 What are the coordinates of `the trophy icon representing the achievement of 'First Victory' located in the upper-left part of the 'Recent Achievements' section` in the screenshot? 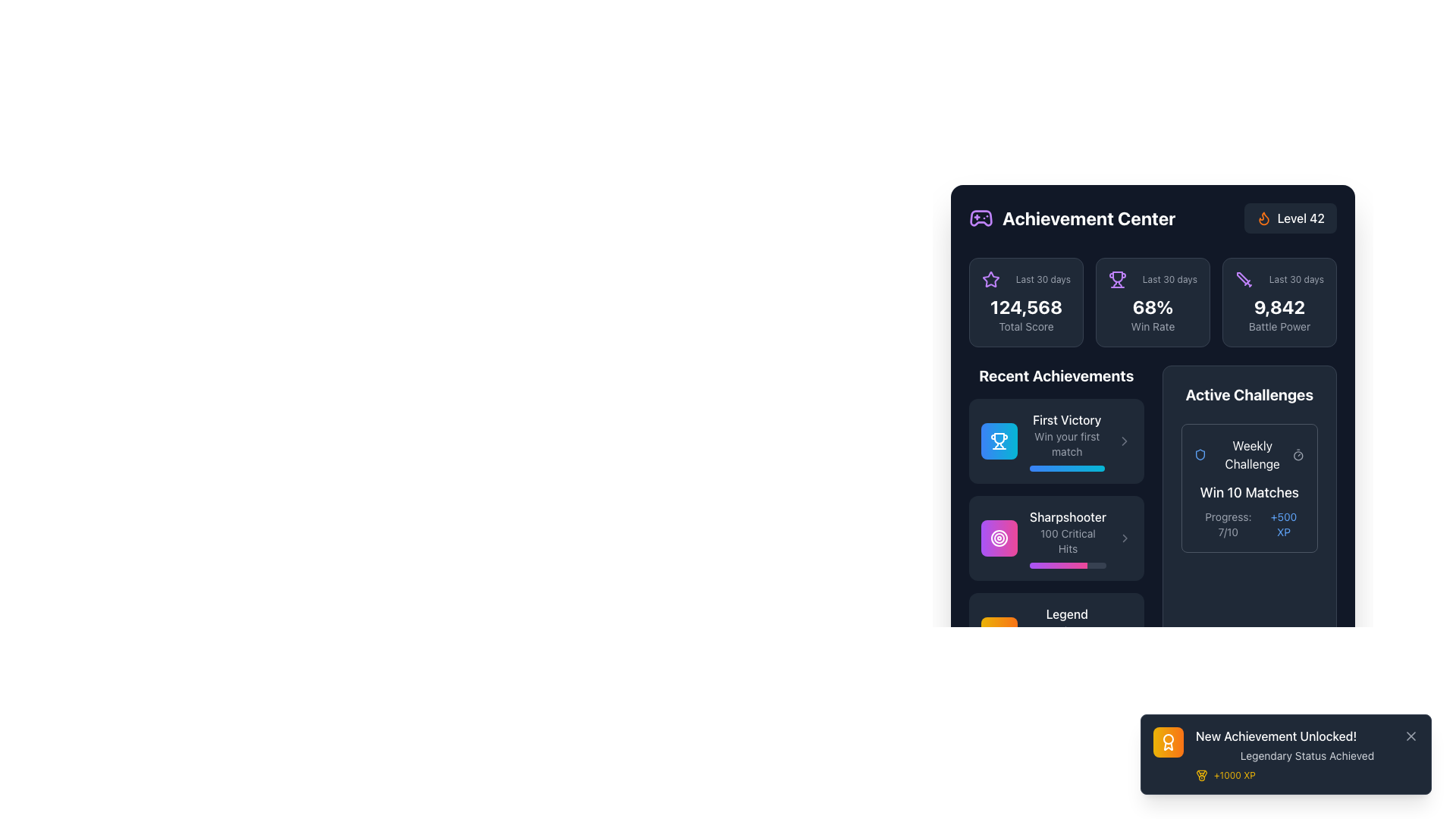 It's located at (999, 441).